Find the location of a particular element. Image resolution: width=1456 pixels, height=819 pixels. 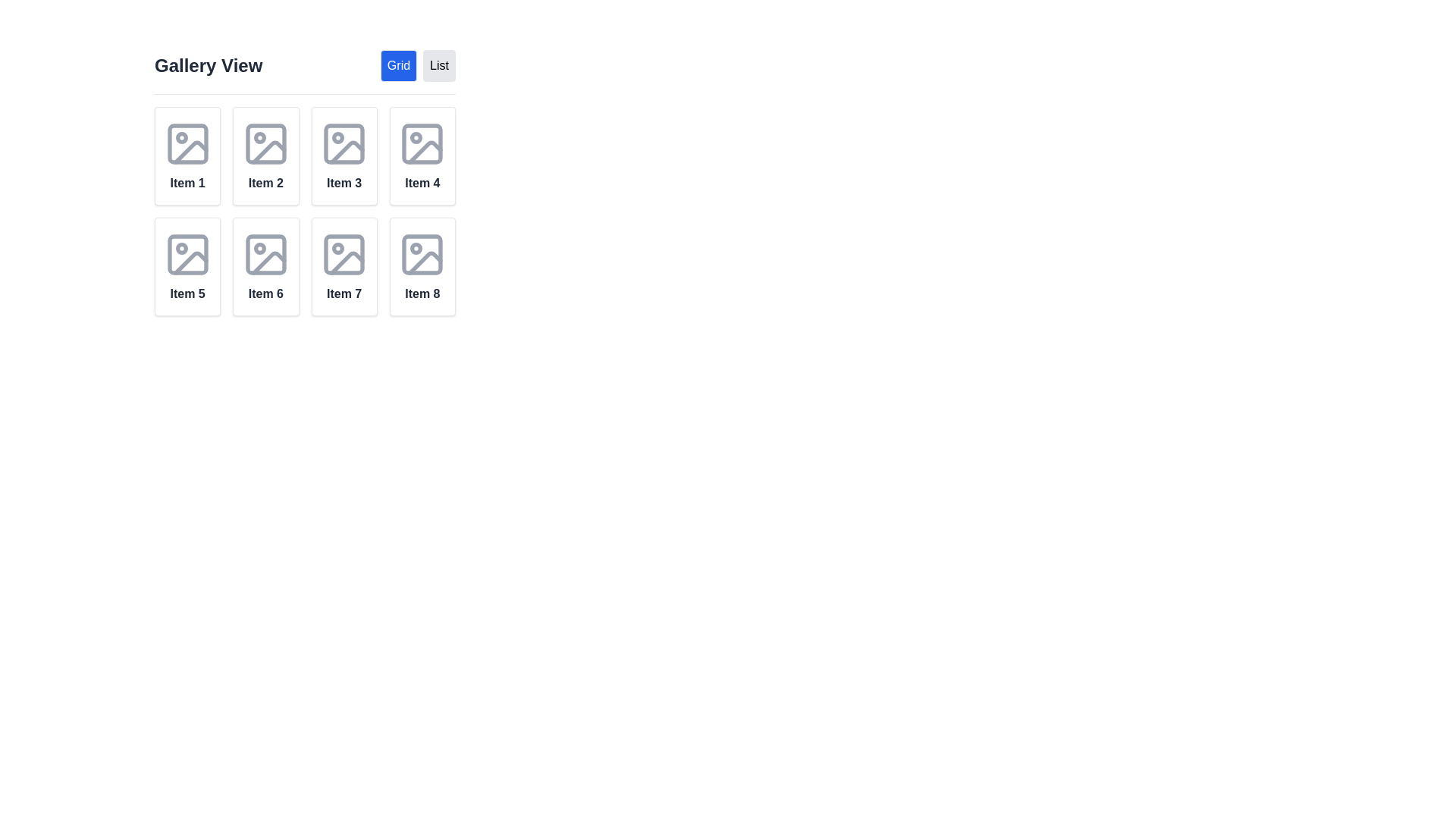

the image icon with a rounded rectangle frame and a diagonal line is located at coordinates (187, 143).